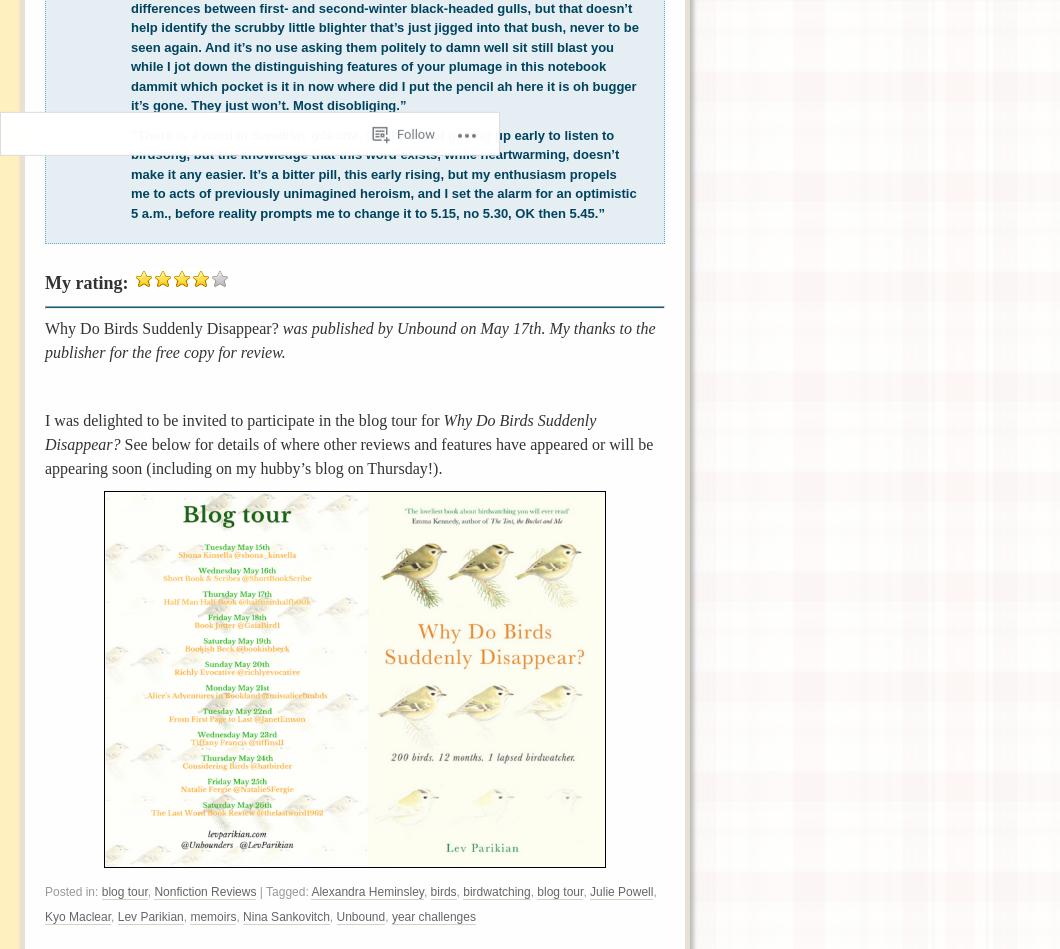 Image resolution: width=1060 pixels, height=949 pixels. Describe the element at coordinates (73, 890) in the screenshot. I see `'Posted in:'` at that location.